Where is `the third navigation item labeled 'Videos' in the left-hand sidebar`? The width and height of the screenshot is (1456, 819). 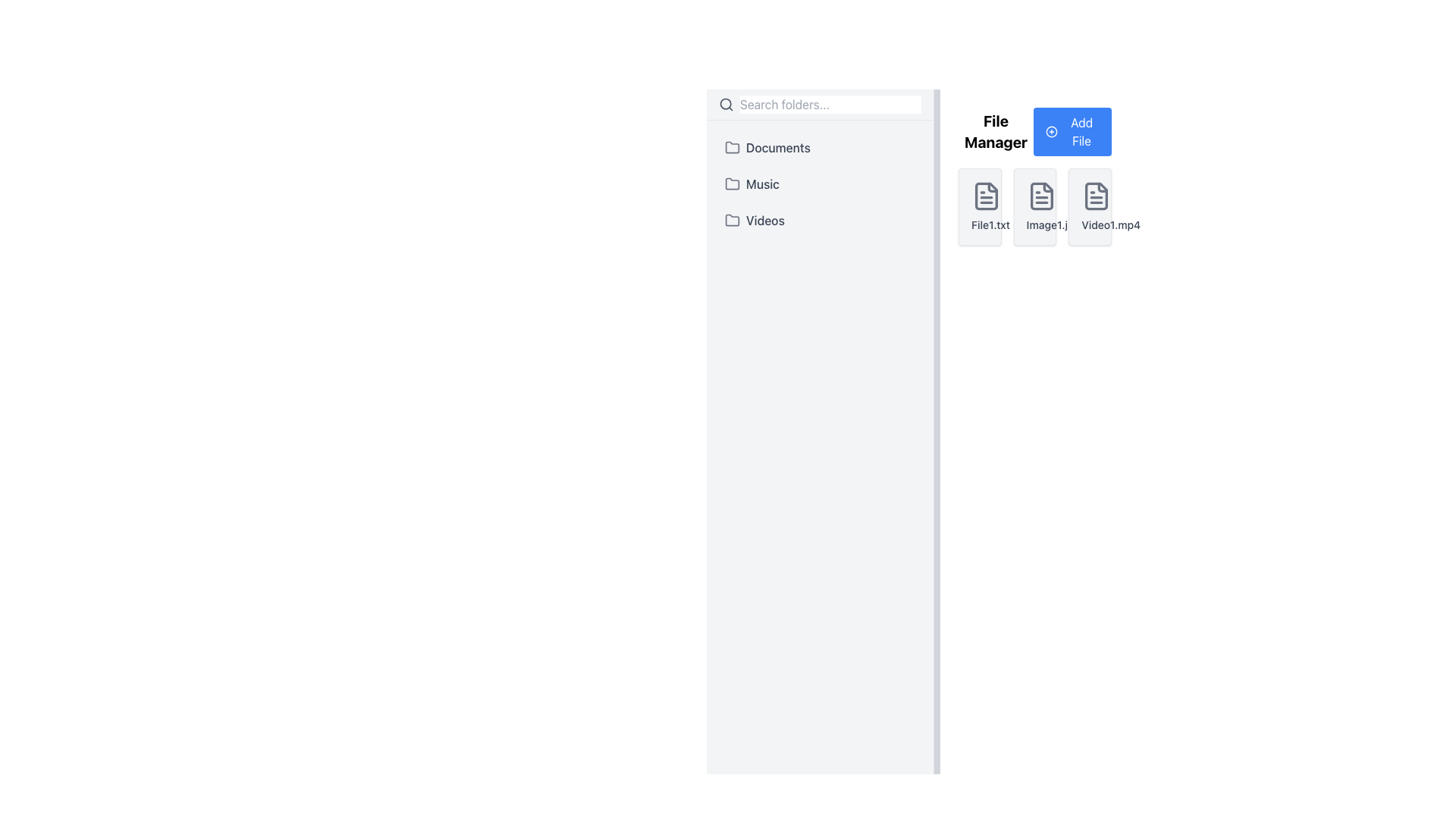 the third navigation item labeled 'Videos' in the left-hand sidebar is located at coordinates (819, 220).